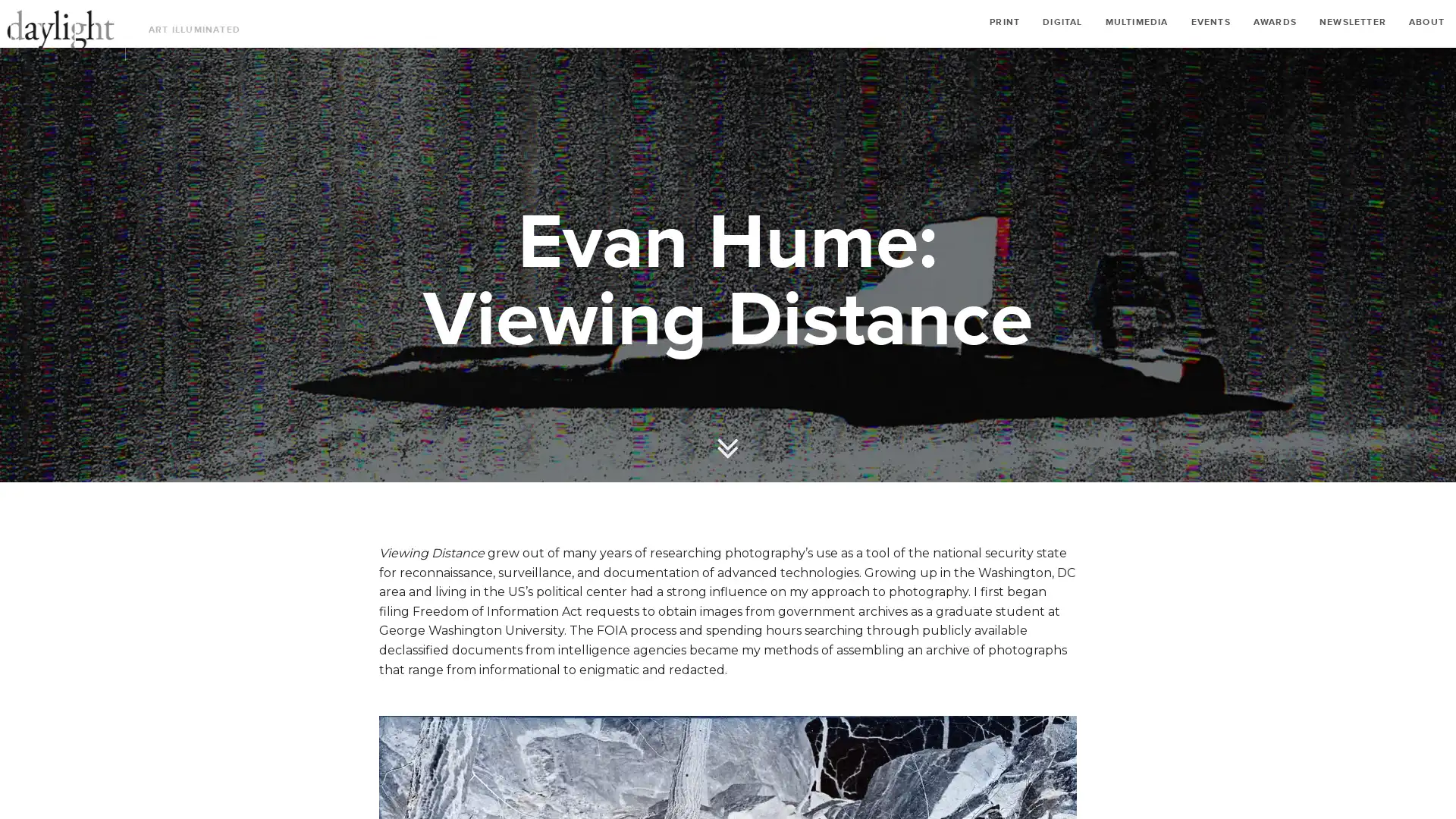  I want to click on Share on Twitter, so click(1018, 747).